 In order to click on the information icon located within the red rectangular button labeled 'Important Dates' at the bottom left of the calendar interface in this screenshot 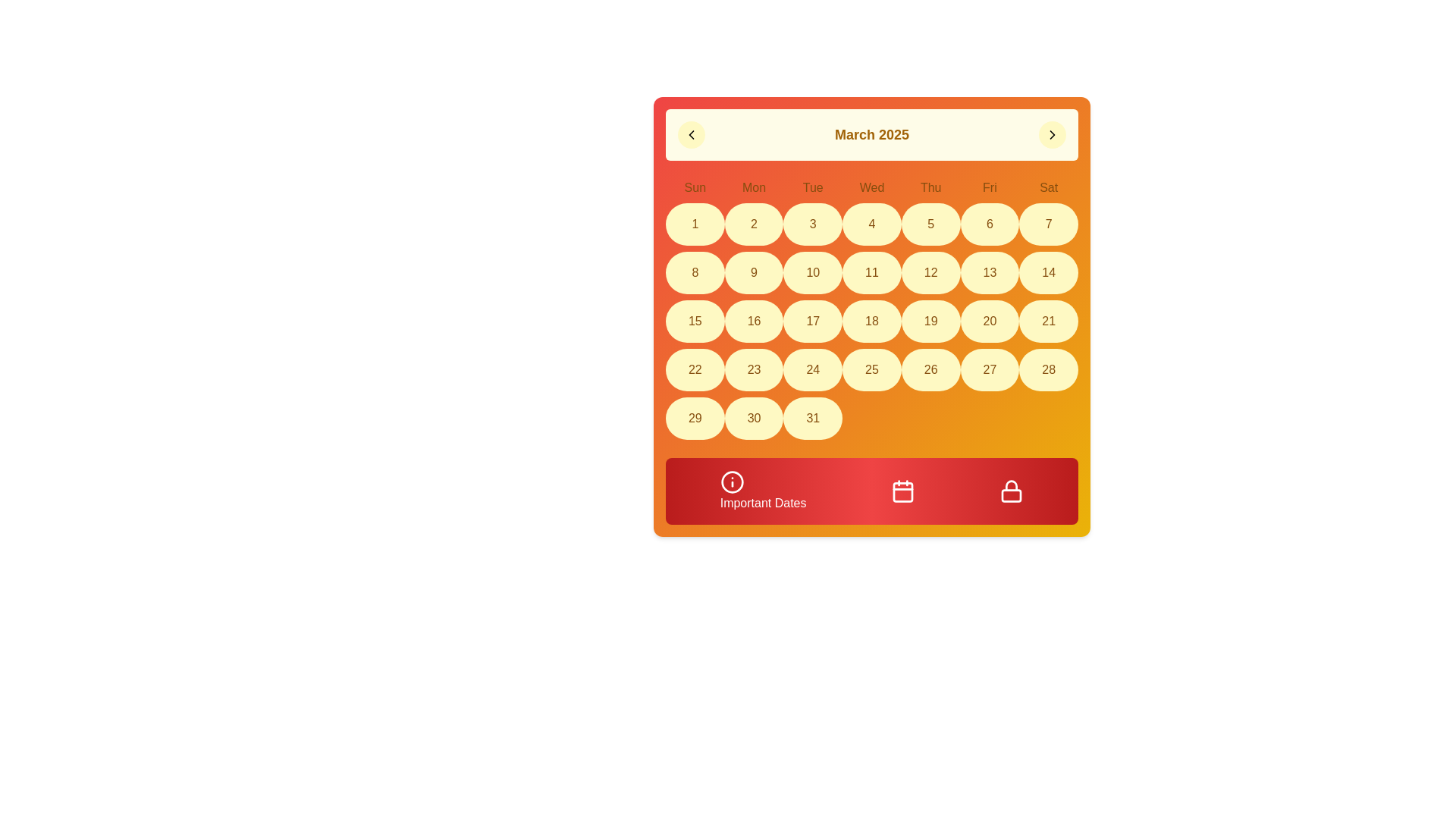, I will do `click(732, 482)`.